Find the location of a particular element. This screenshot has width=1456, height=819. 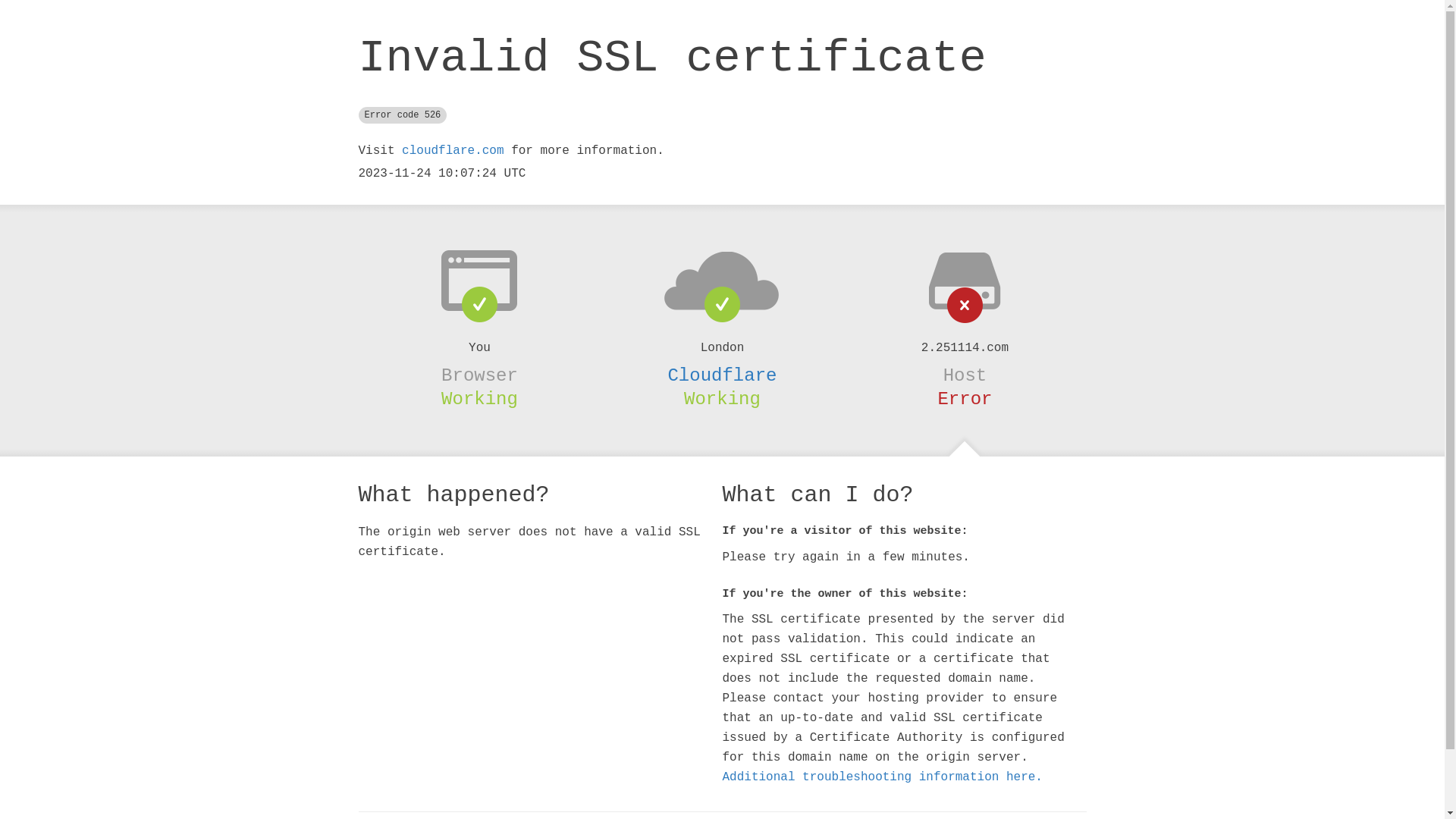

'Additional troubleshooting information here.' is located at coordinates (881, 777).